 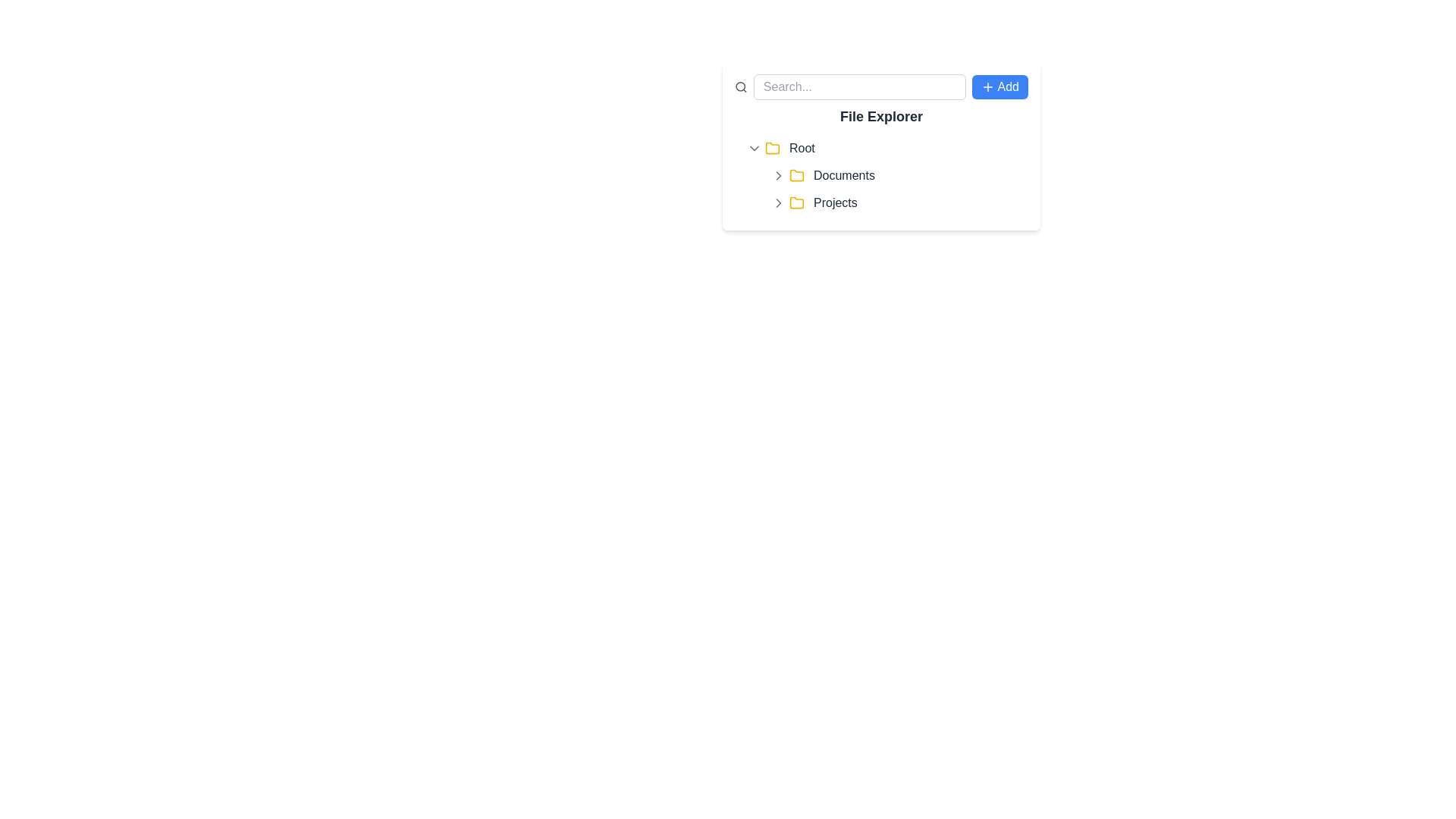 I want to click on the yellow folder icon in the file explorer located to the left of the 'Documents' label, so click(x=796, y=174).